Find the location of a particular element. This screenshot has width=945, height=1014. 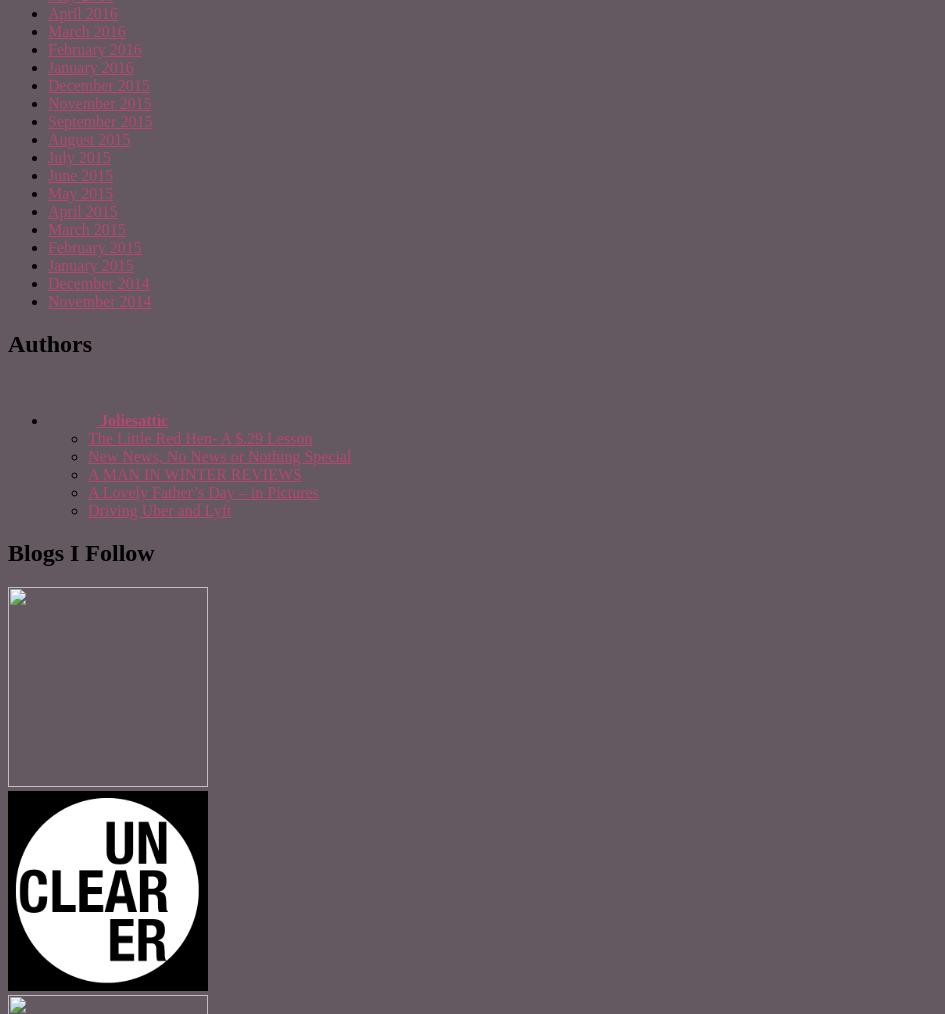

'January 2015' is located at coordinates (89, 265).